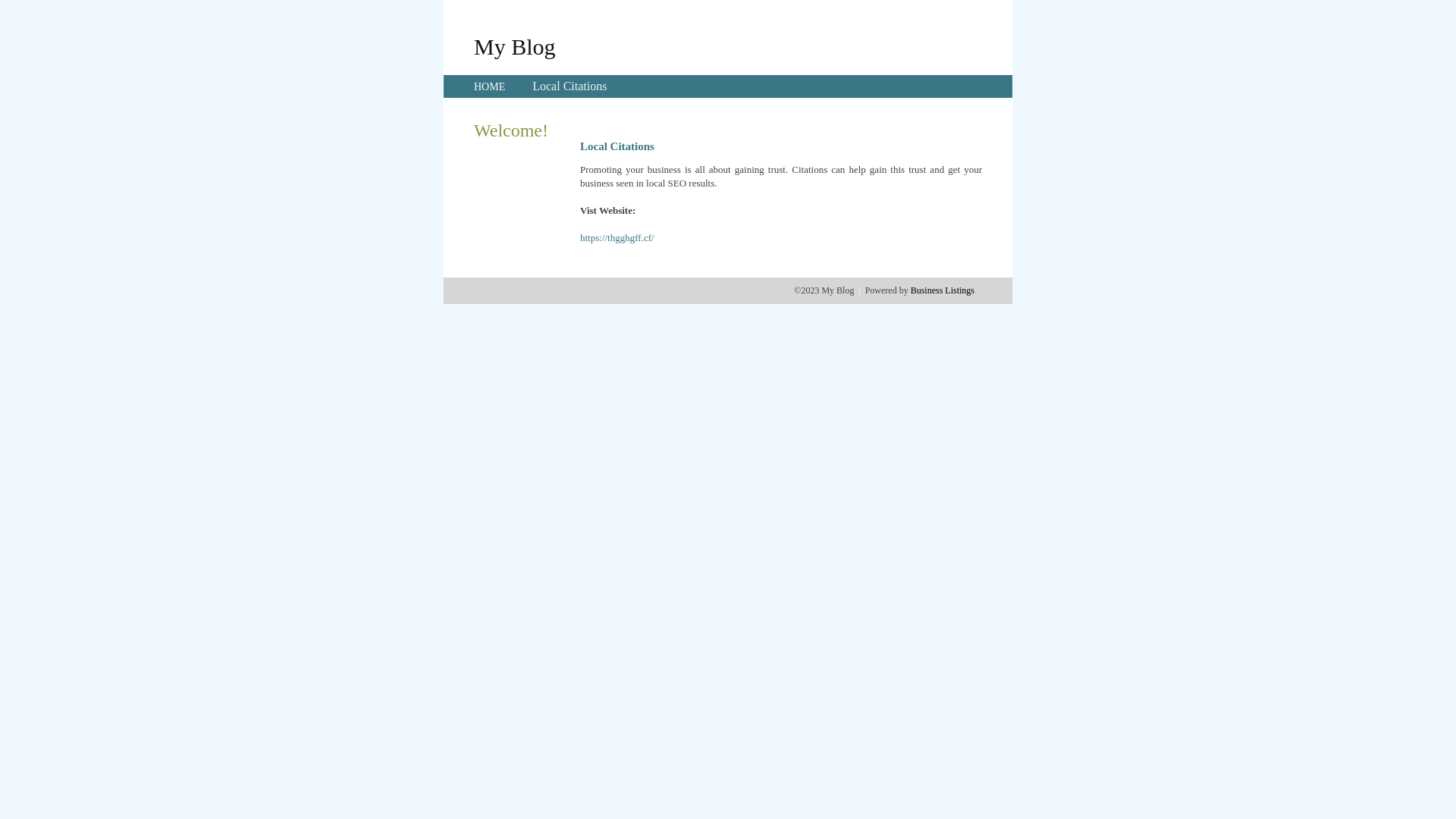 Image resolution: width=1456 pixels, height=819 pixels. Describe the element at coordinates (568, 86) in the screenshot. I see `'Local Citations'` at that location.